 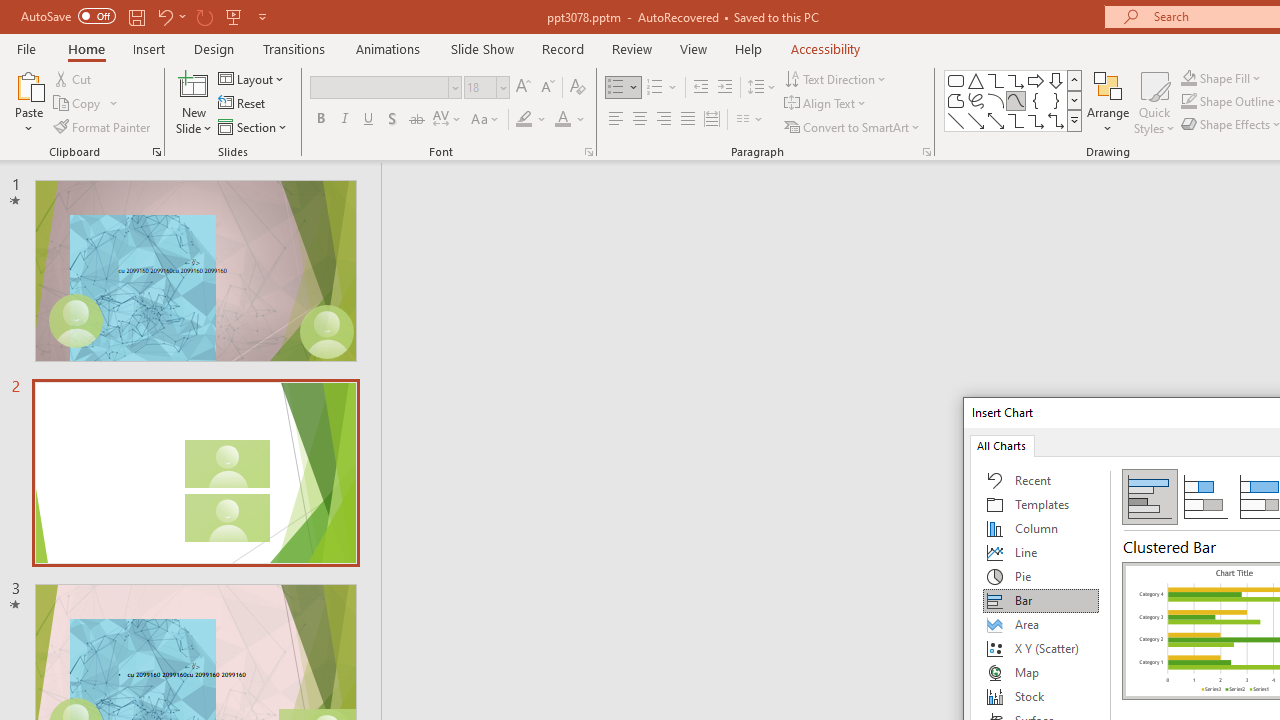 What do you see at coordinates (561, 119) in the screenshot?
I see `'Font Color Red'` at bounding box center [561, 119].